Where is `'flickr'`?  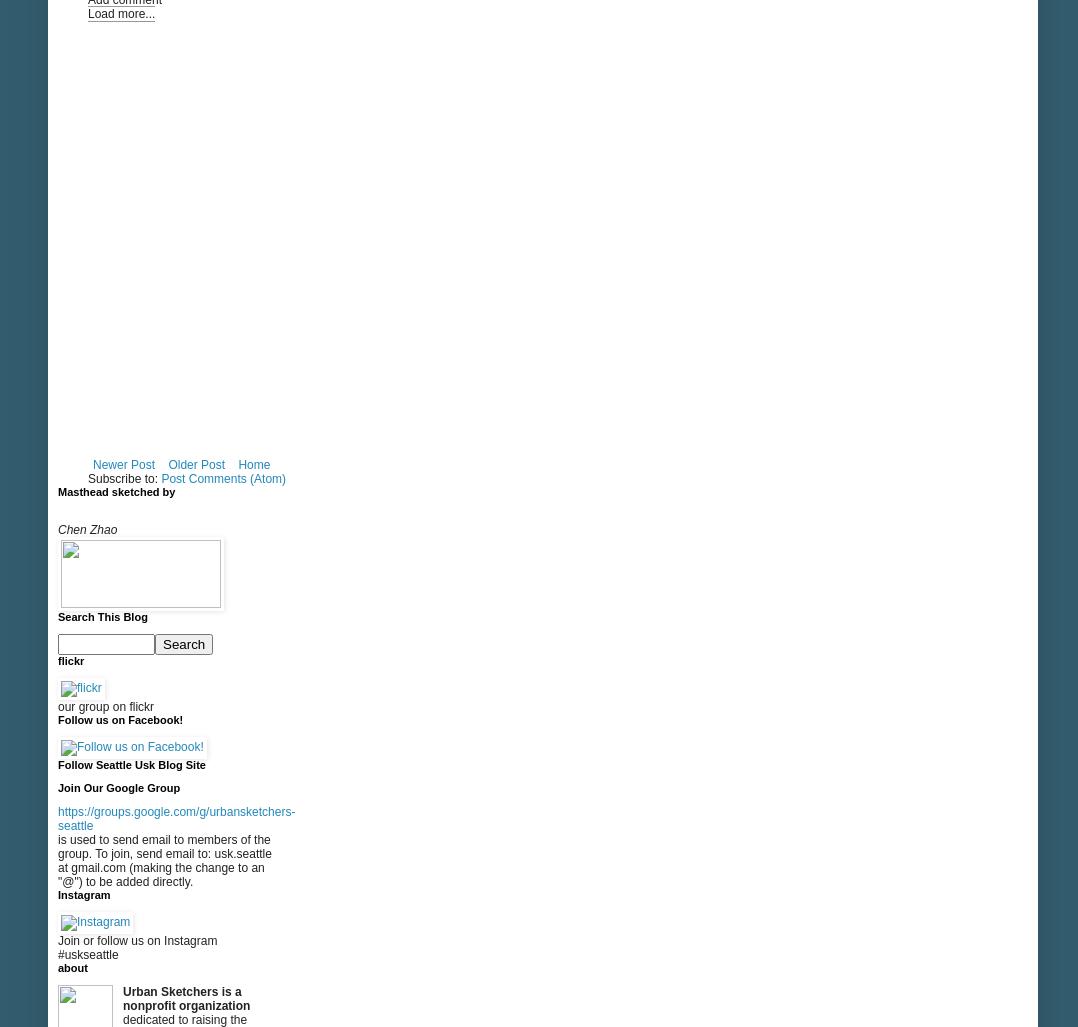
'flickr' is located at coordinates (57, 659).